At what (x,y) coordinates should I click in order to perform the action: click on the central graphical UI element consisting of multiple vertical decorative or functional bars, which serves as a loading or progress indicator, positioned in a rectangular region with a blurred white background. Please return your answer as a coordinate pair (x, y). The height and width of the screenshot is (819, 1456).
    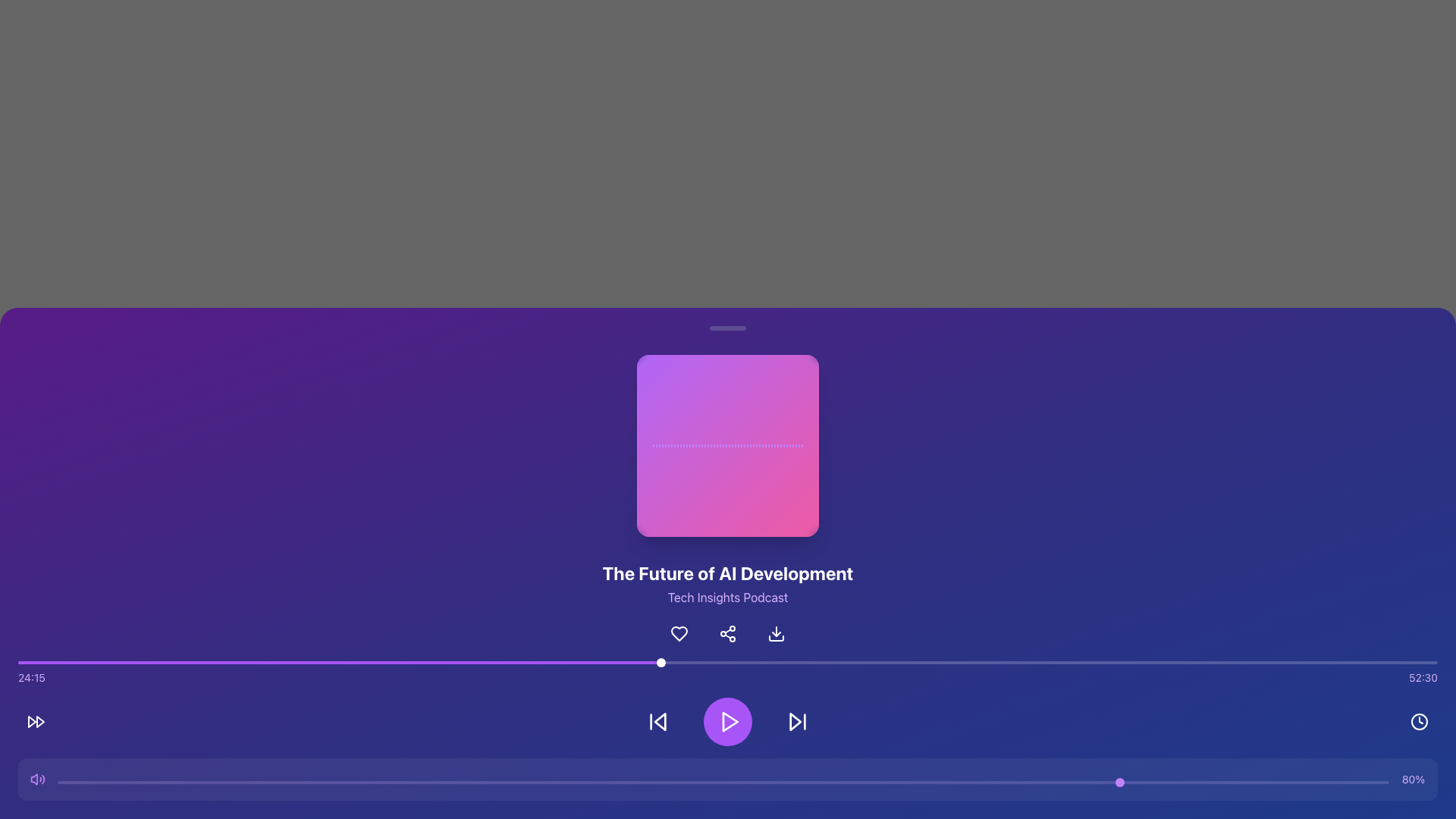
    Looking at the image, I should click on (728, 444).